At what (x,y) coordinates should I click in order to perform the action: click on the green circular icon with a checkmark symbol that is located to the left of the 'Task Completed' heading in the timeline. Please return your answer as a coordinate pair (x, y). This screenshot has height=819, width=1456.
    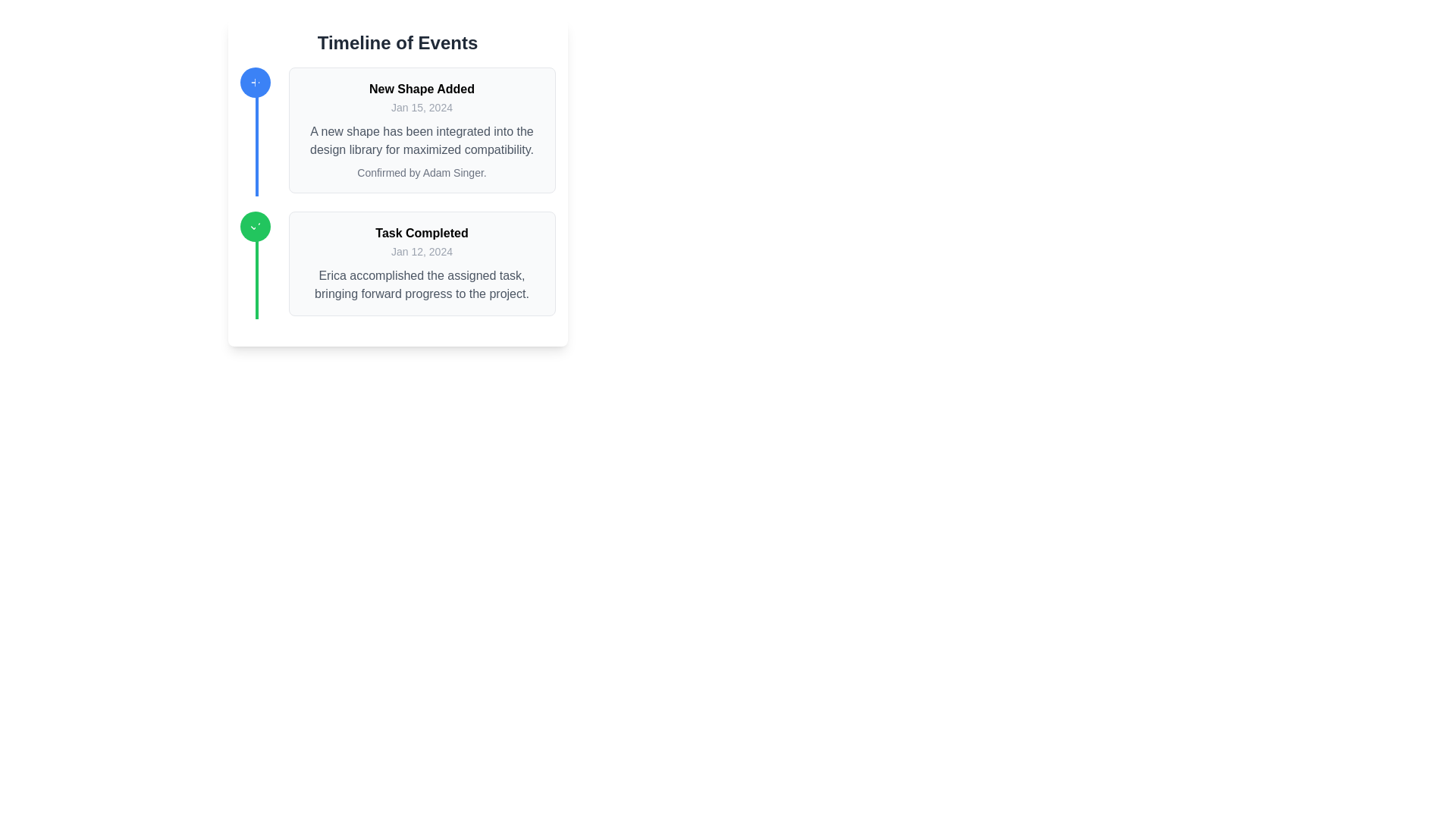
    Looking at the image, I should click on (255, 227).